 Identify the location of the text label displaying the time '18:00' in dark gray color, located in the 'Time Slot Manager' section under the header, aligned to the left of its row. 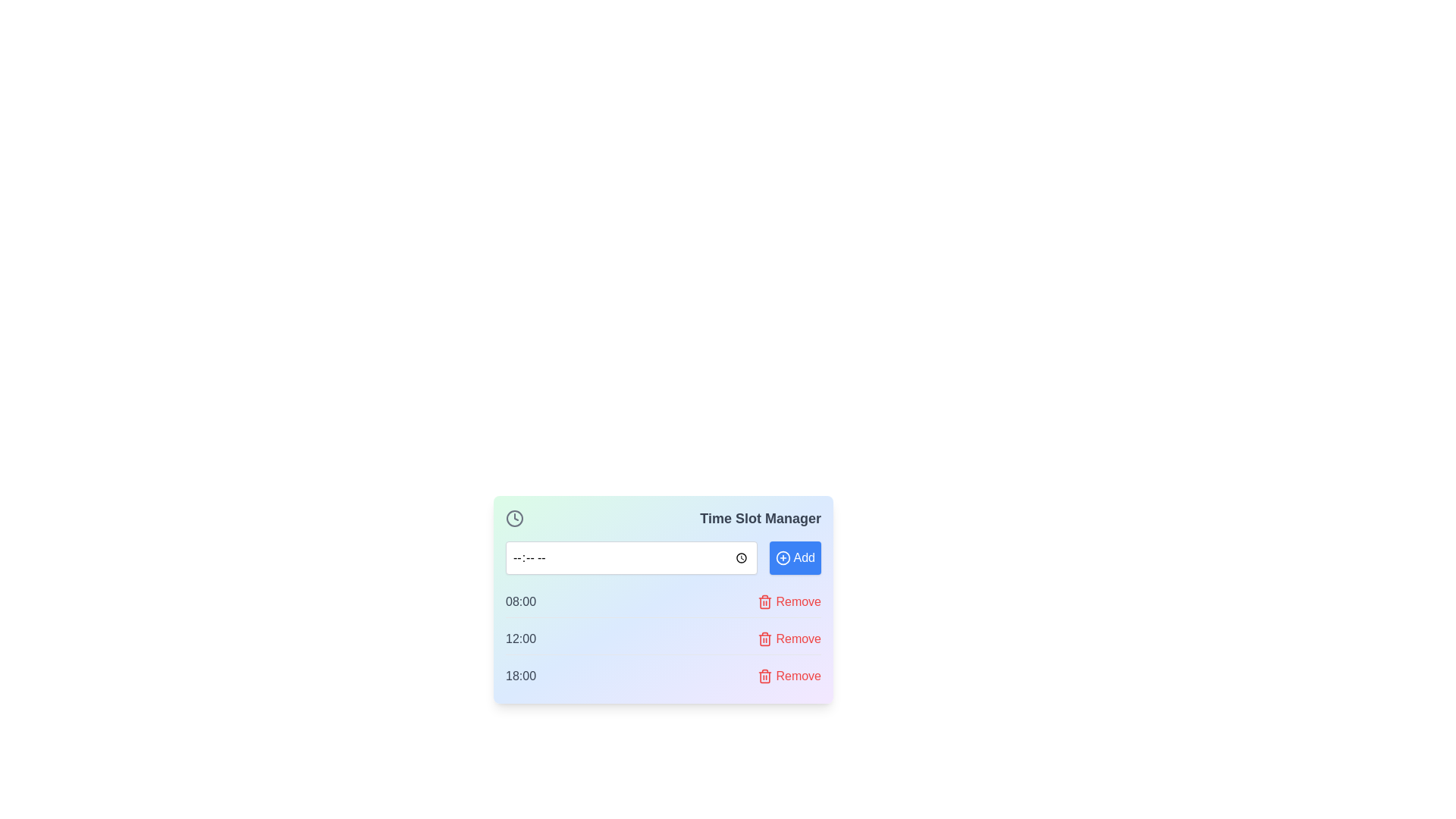
(520, 675).